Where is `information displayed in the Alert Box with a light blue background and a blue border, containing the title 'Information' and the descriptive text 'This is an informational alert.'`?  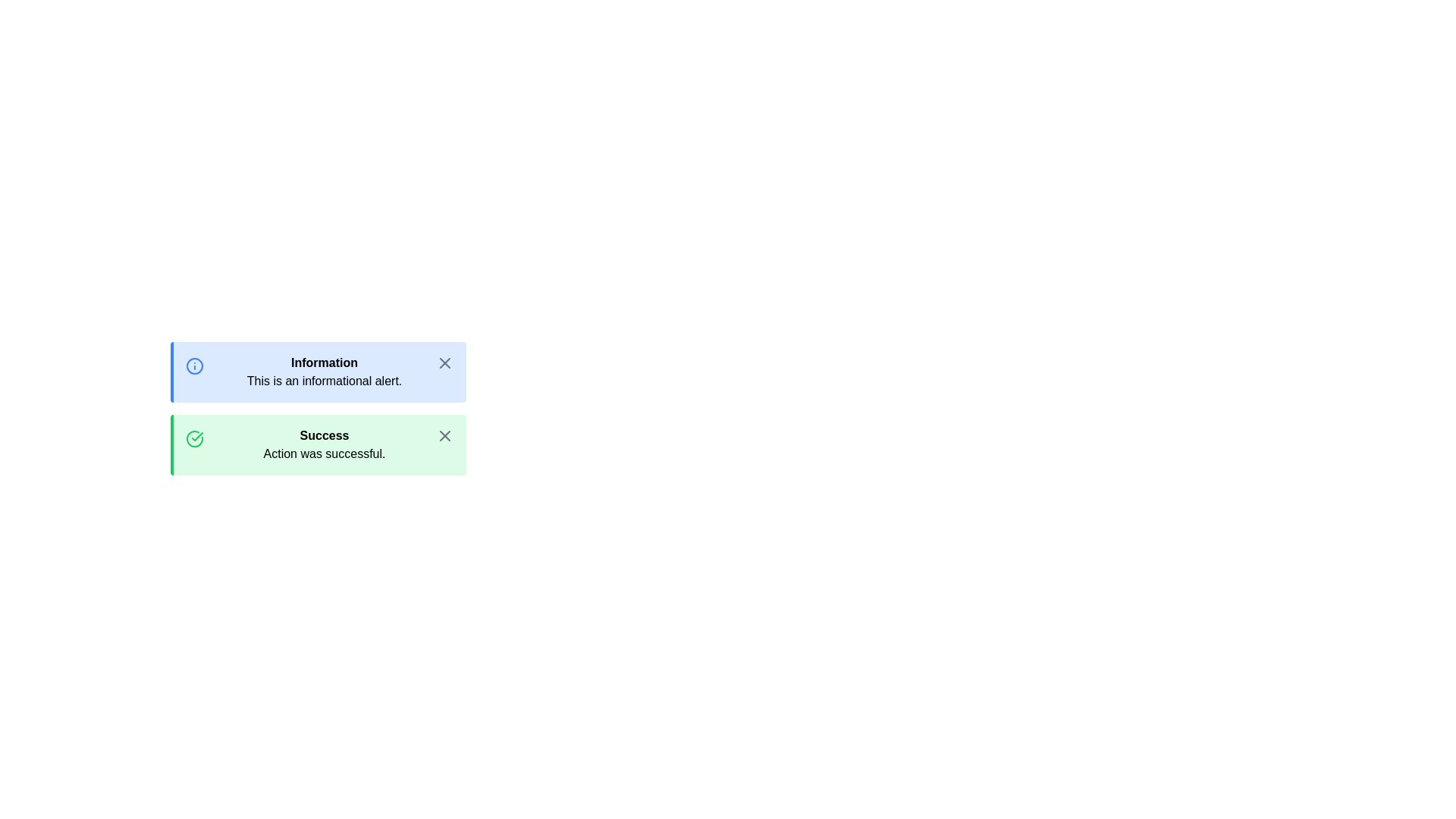
information displayed in the Alert Box with a light blue background and a blue border, containing the title 'Information' and the descriptive text 'This is an informational alert.' is located at coordinates (318, 372).